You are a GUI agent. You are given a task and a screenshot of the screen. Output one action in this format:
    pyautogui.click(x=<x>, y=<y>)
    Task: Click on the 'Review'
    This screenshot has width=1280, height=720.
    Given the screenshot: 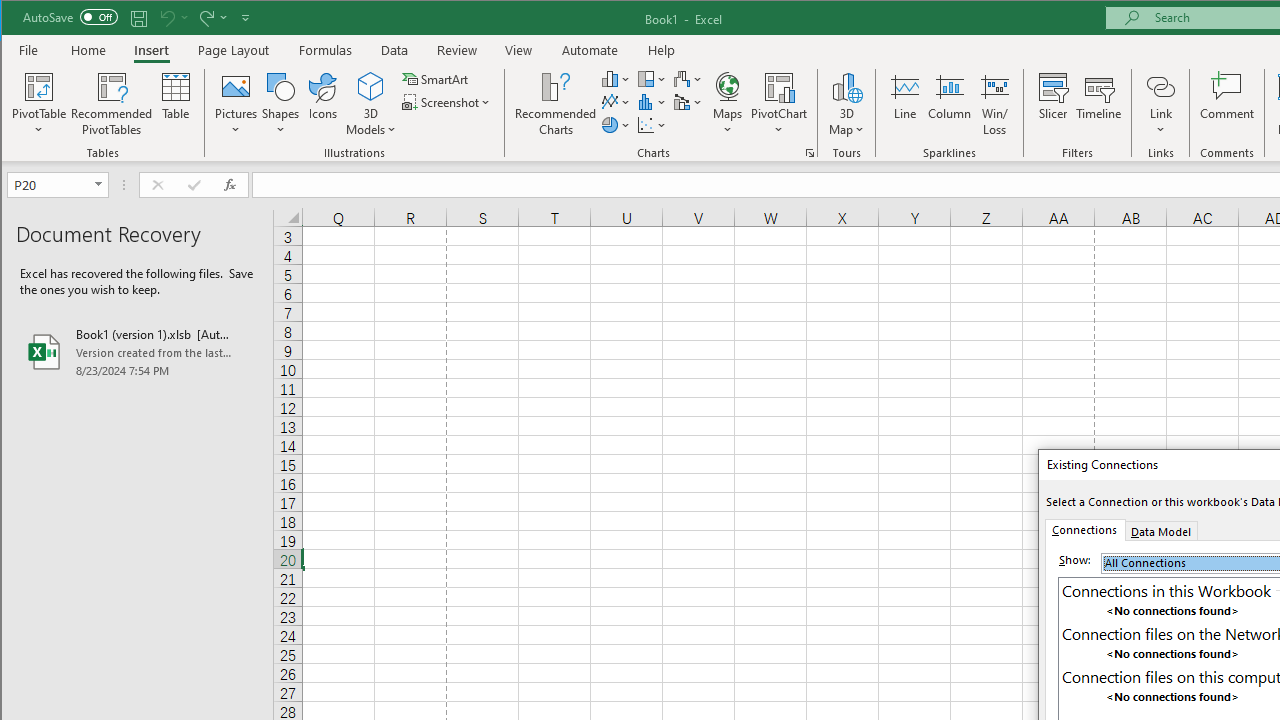 What is the action you would take?
    pyautogui.click(x=455, y=49)
    